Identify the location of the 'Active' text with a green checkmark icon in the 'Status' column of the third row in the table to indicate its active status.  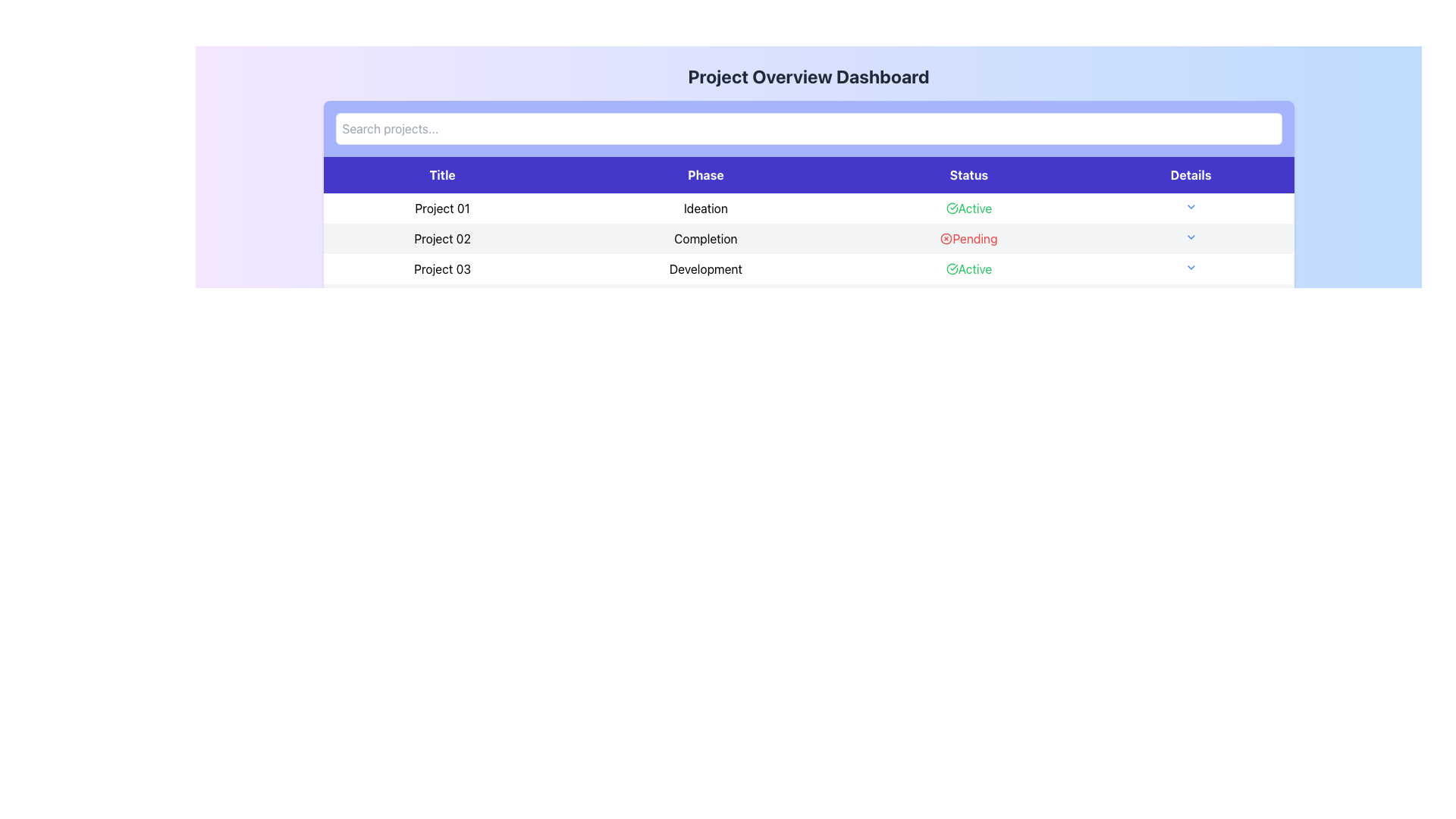
(968, 268).